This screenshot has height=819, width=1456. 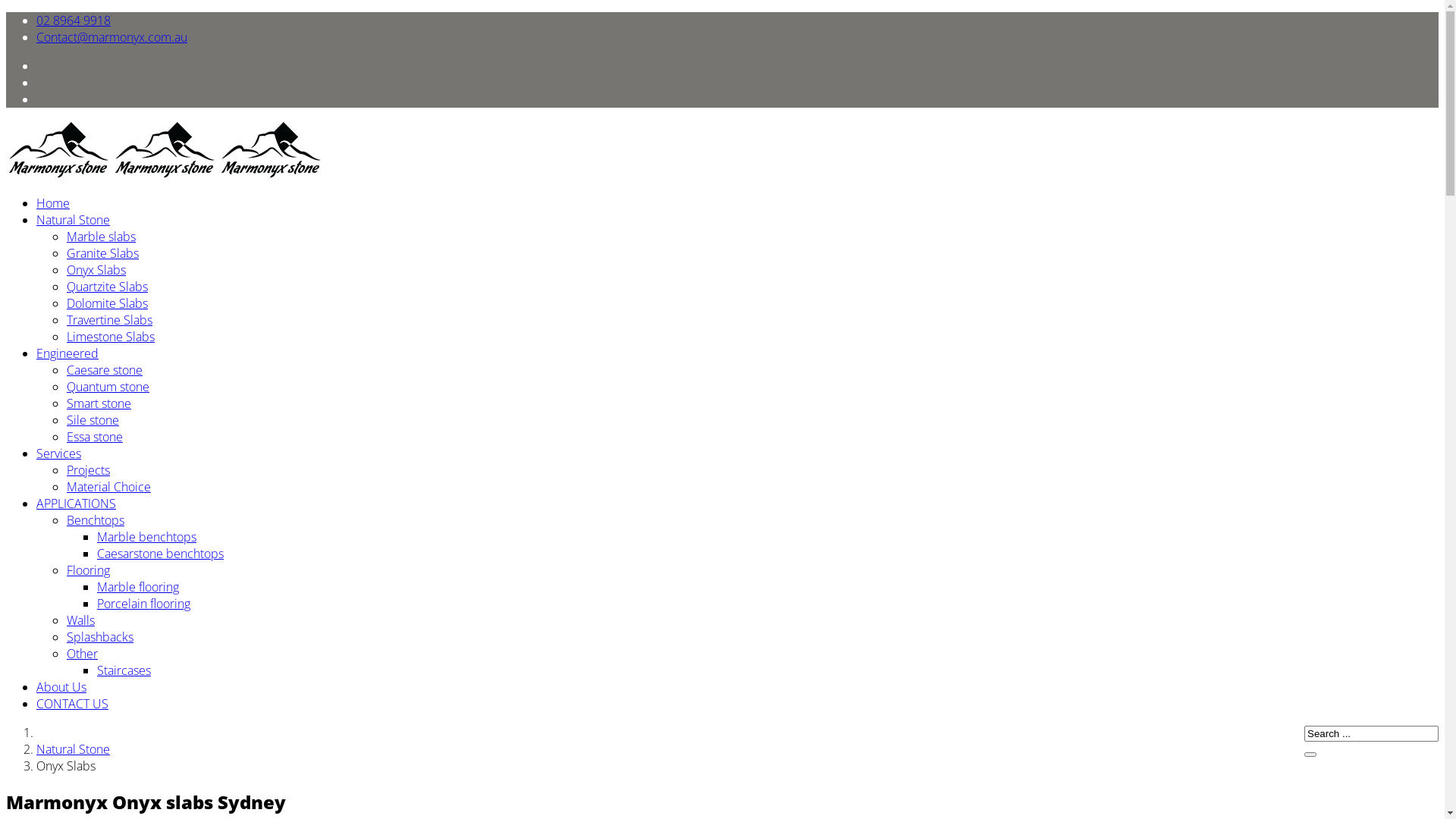 I want to click on 'Engineered', so click(x=67, y=353).